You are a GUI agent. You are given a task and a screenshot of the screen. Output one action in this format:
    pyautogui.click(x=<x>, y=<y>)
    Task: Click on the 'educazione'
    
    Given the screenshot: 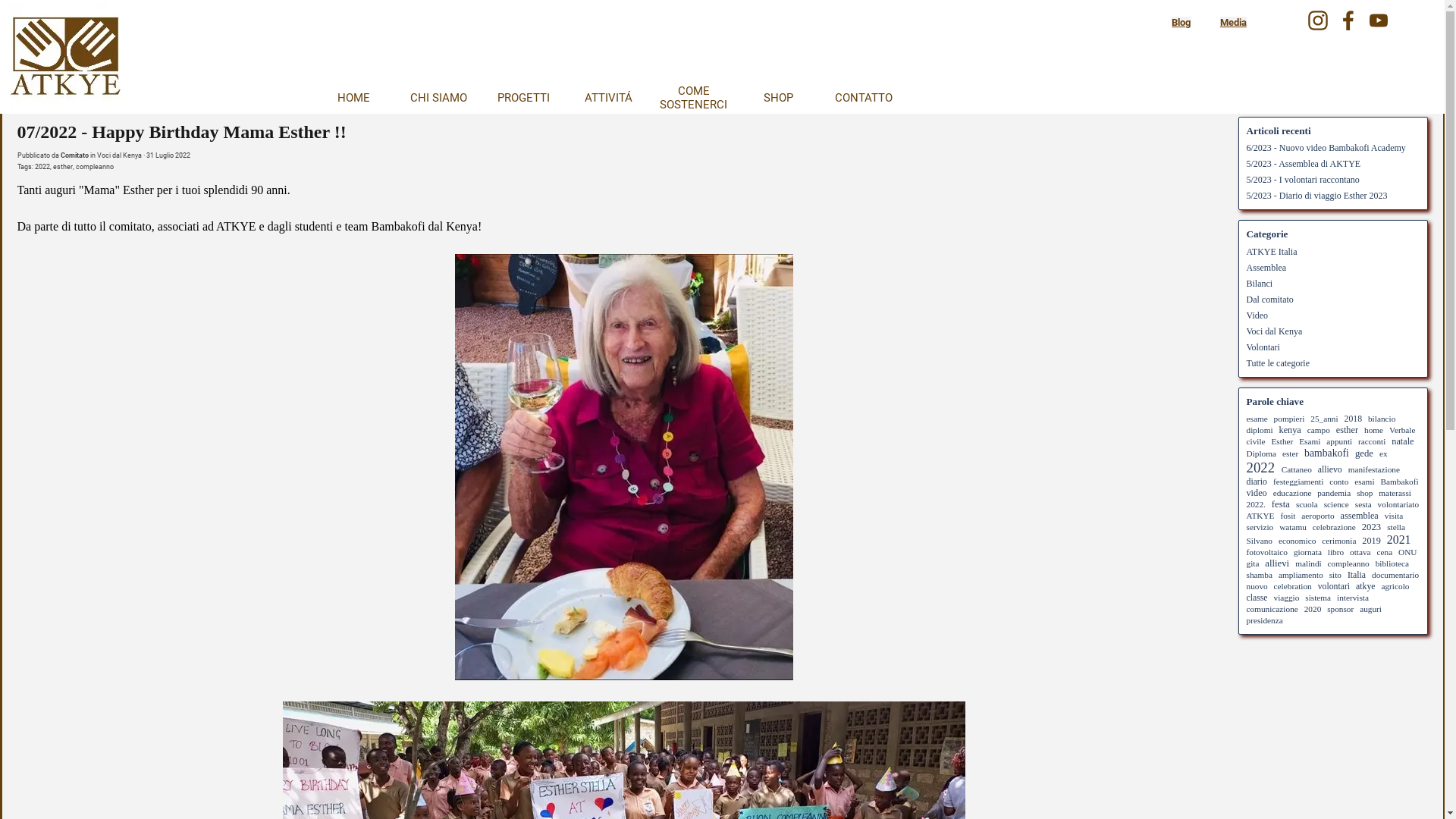 What is the action you would take?
    pyautogui.click(x=1291, y=493)
    